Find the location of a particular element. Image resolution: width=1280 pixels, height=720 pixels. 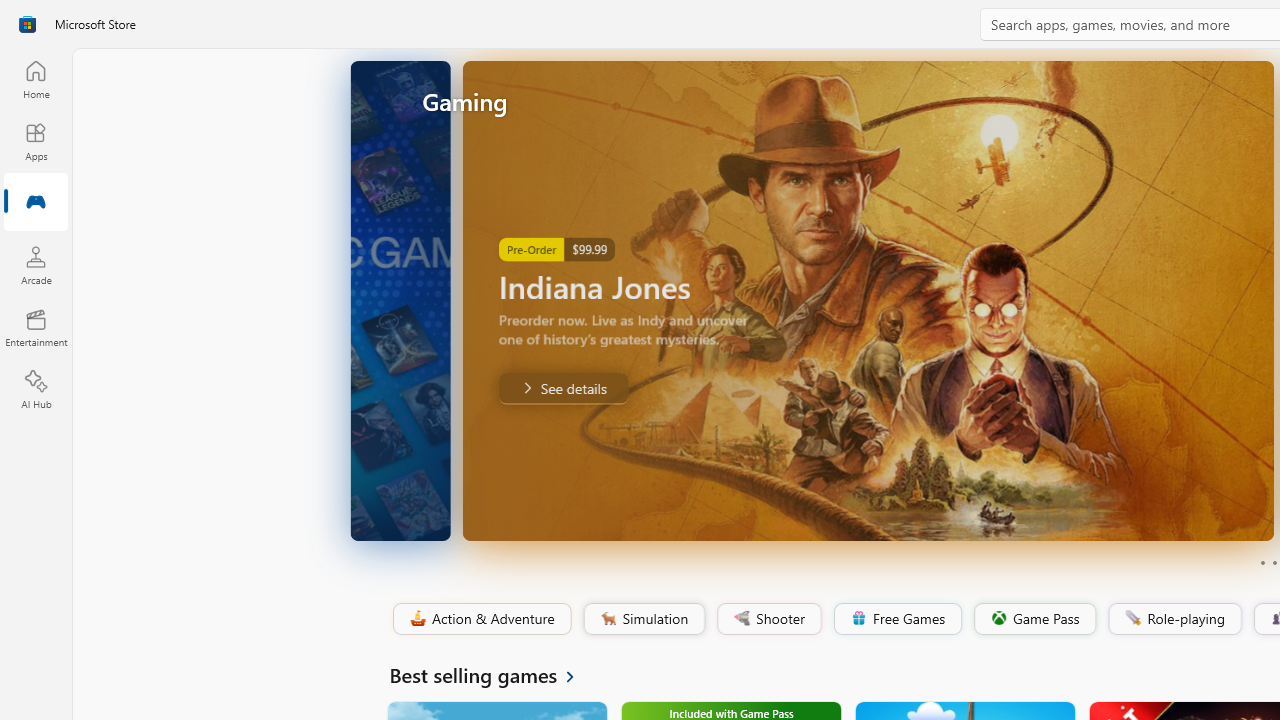

'Arcade' is located at coordinates (35, 264).